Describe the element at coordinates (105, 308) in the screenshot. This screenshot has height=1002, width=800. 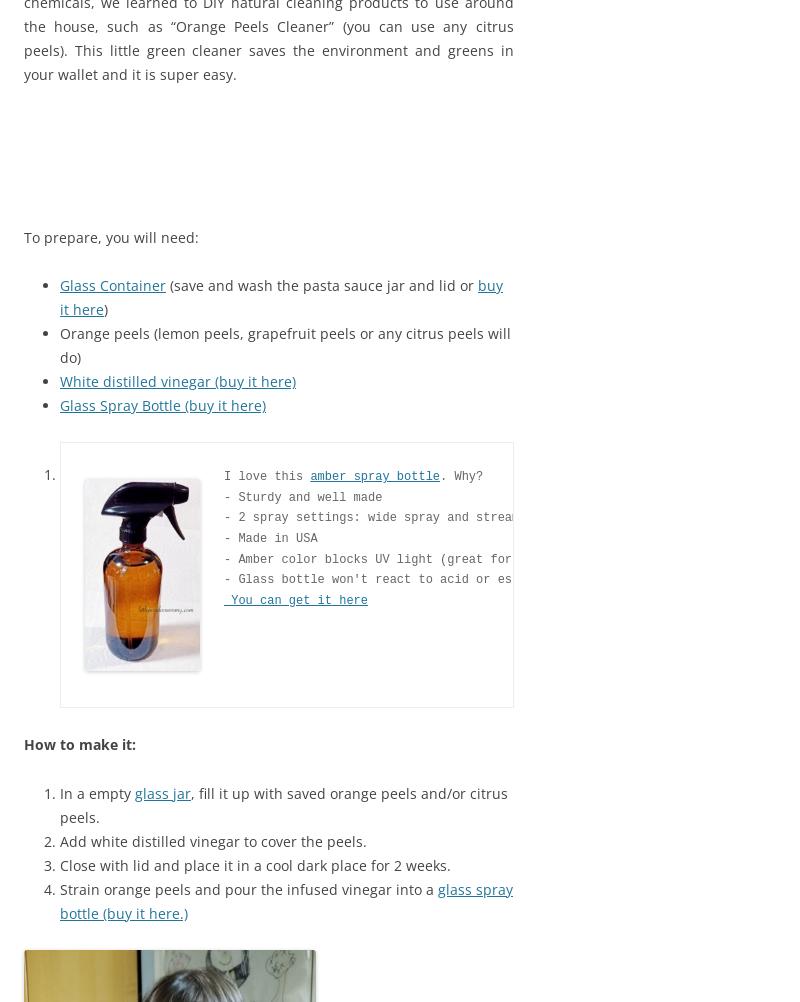
I see `')'` at that location.